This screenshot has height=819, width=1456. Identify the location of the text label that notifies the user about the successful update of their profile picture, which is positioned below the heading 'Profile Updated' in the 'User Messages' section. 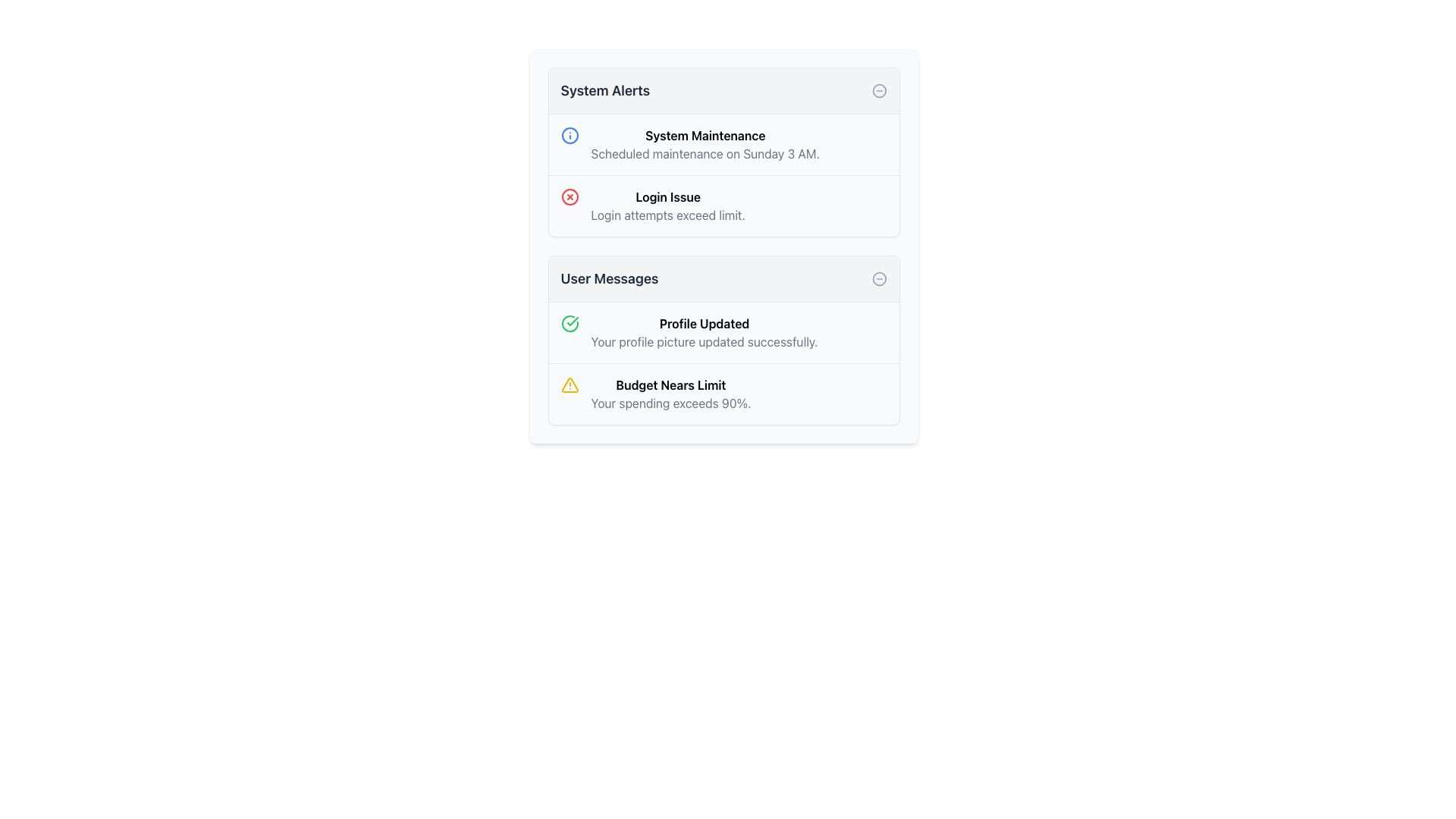
(704, 342).